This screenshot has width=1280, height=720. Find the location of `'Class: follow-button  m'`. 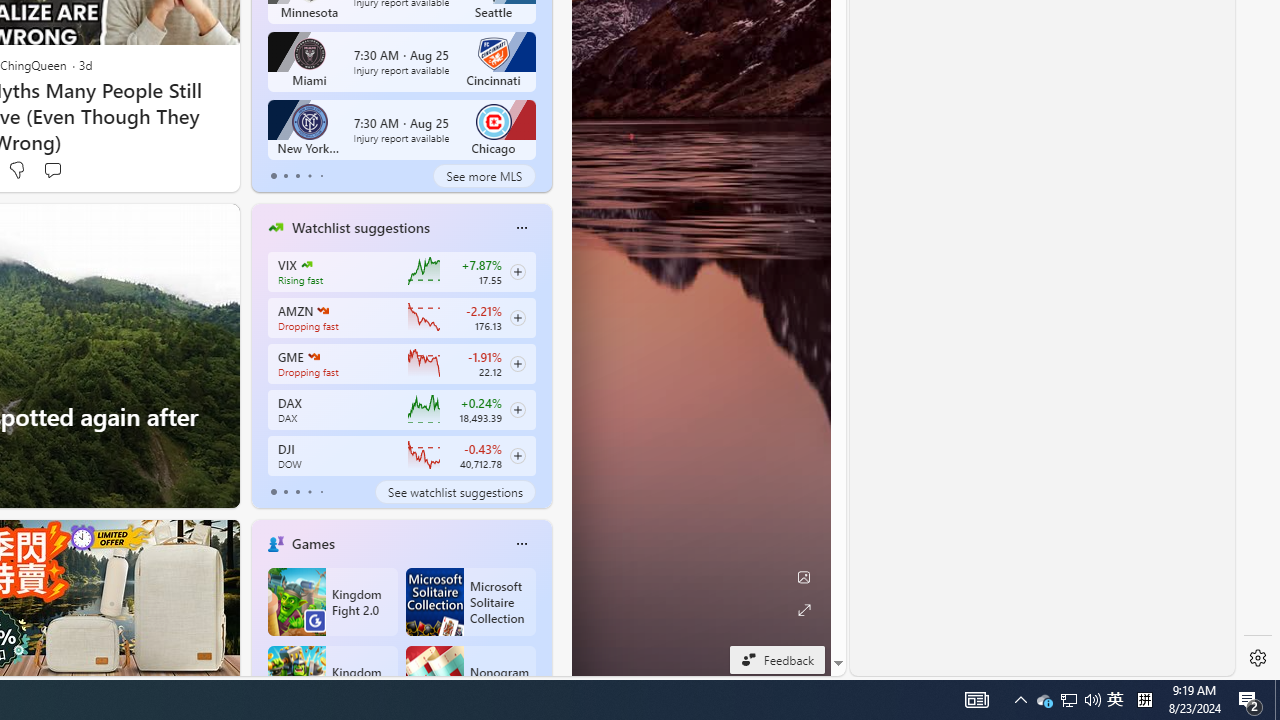

'Class: follow-button  m' is located at coordinates (517, 455).